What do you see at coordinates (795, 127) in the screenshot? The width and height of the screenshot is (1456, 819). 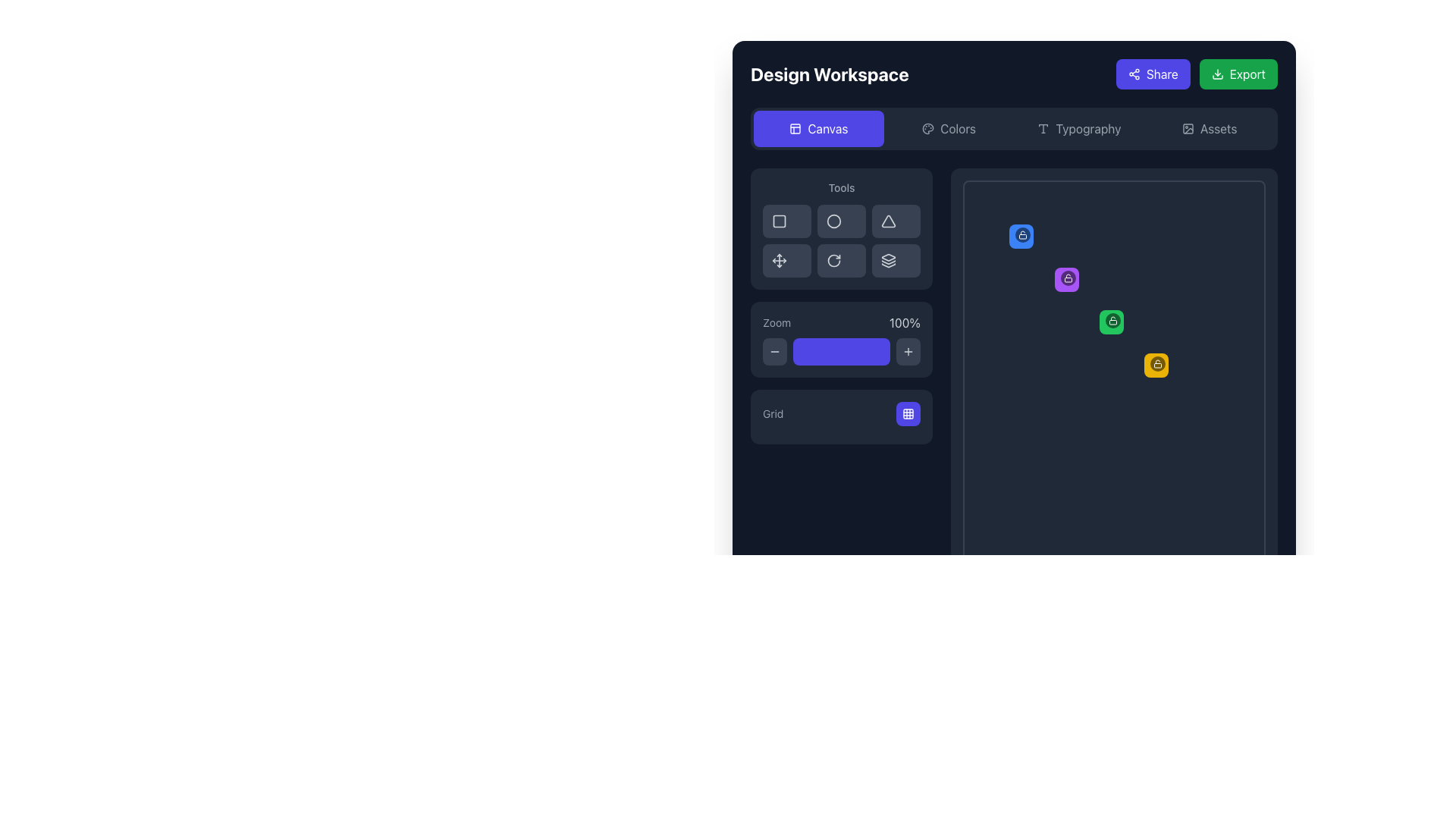 I see `the rounded rectangle control icon located near the 'Canvas' label in the top-left area of the application interface` at bounding box center [795, 127].